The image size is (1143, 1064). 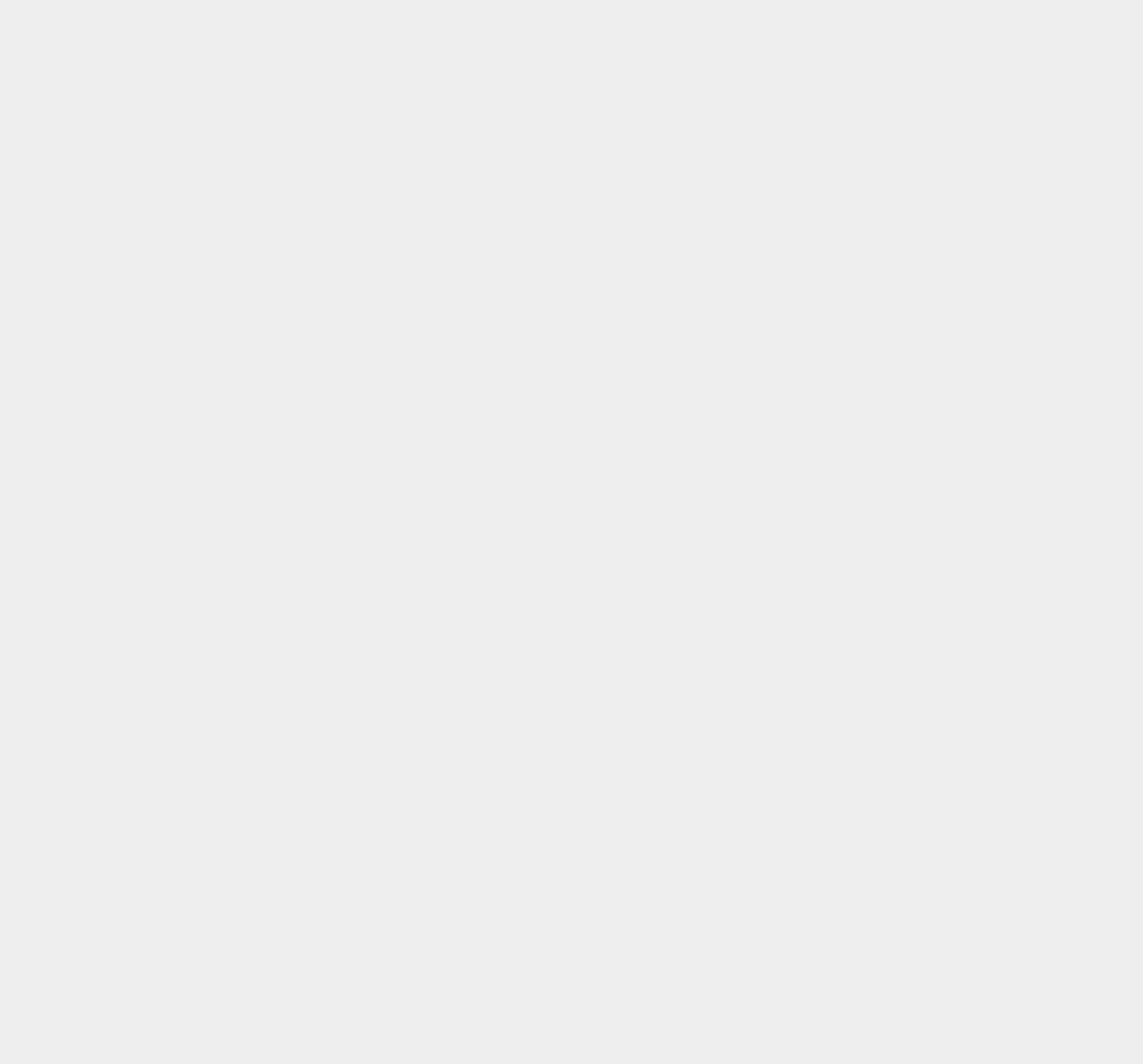 What do you see at coordinates (847, 902) in the screenshot?
I see `'Google Earth'` at bounding box center [847, 902].